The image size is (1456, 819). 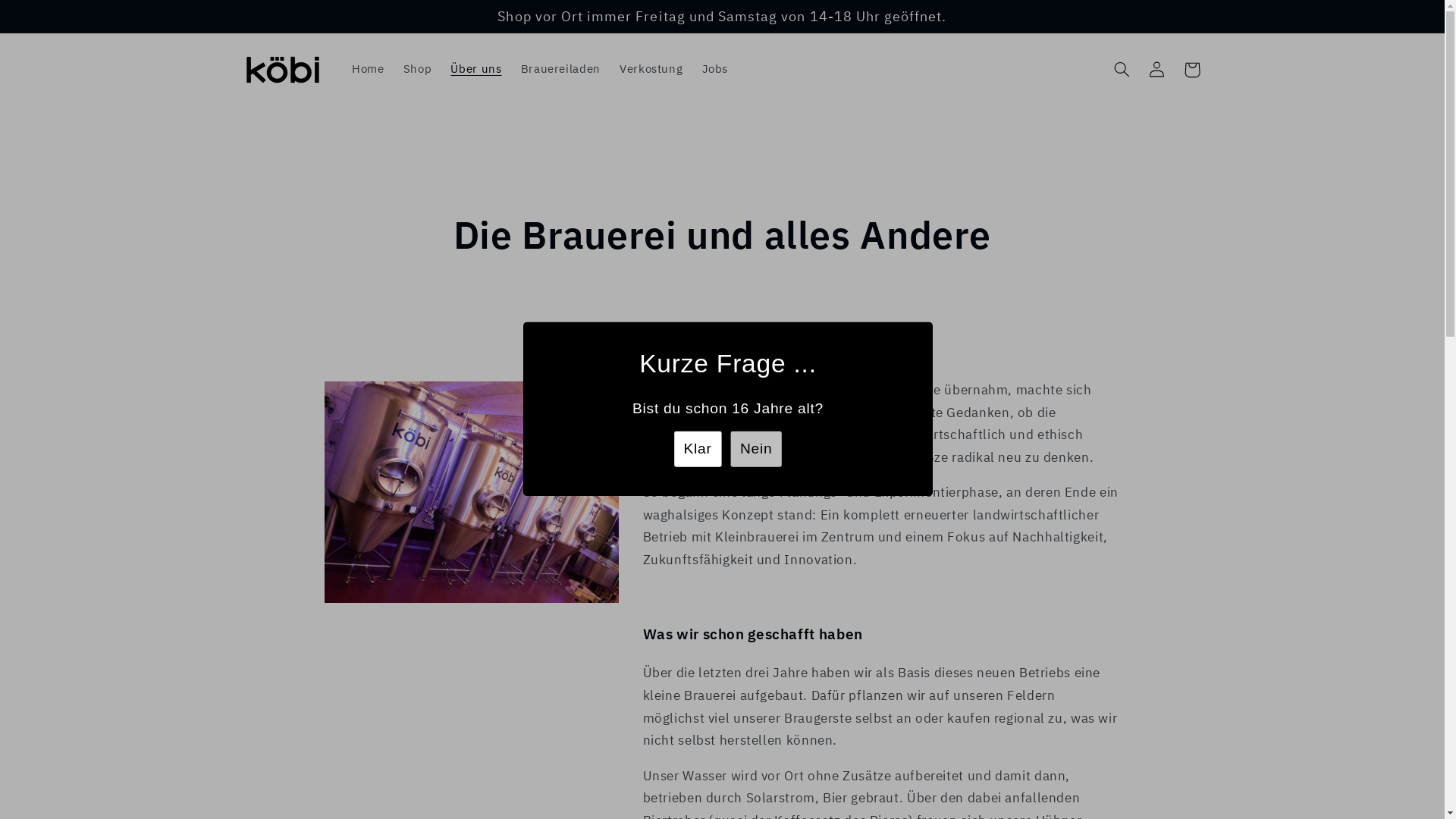 I want to click on 'Verkostung', so click(x=651, y=70).